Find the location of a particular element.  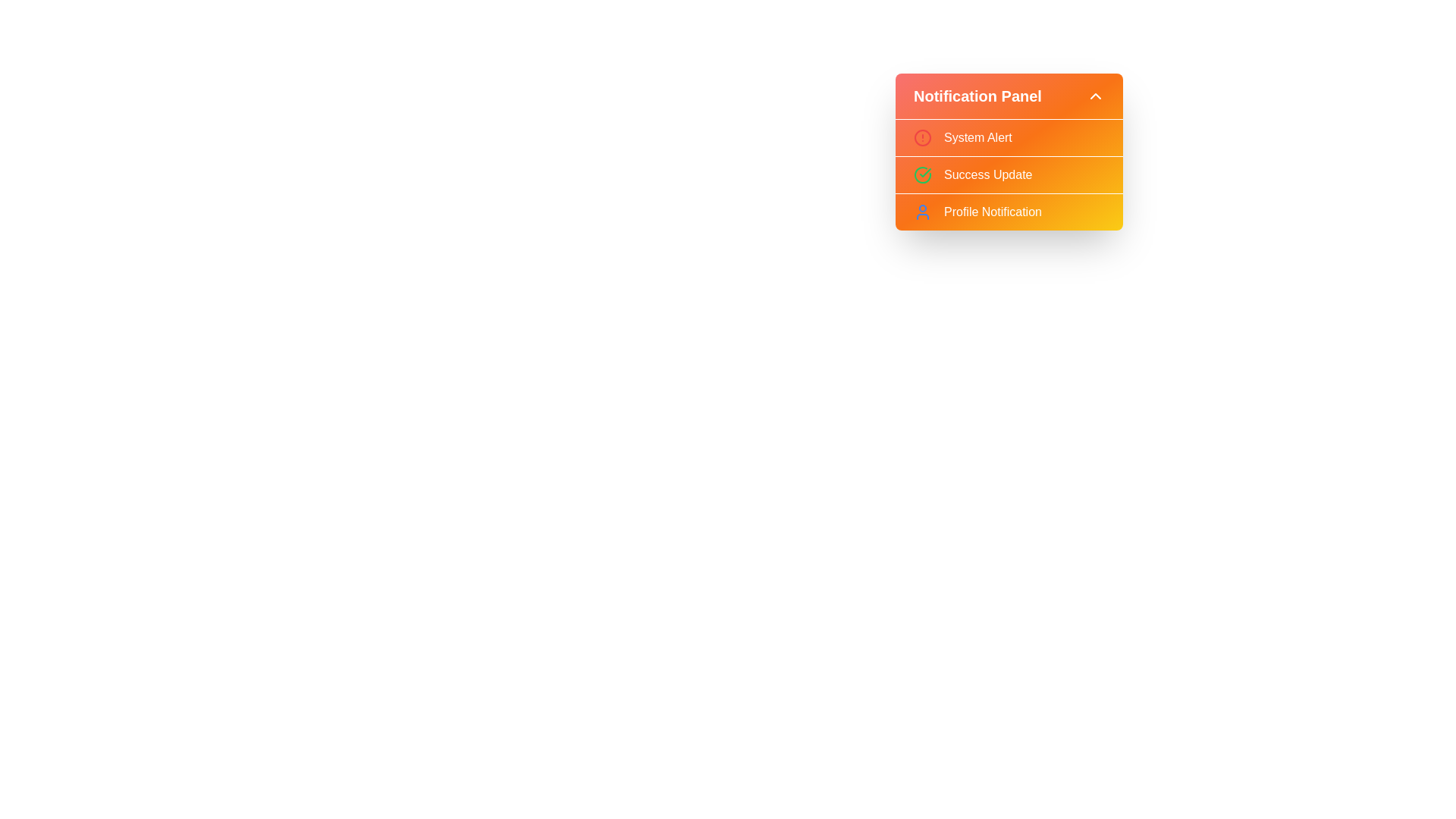

the notification item Success Update from the list is located at coordinates (1009, 174).